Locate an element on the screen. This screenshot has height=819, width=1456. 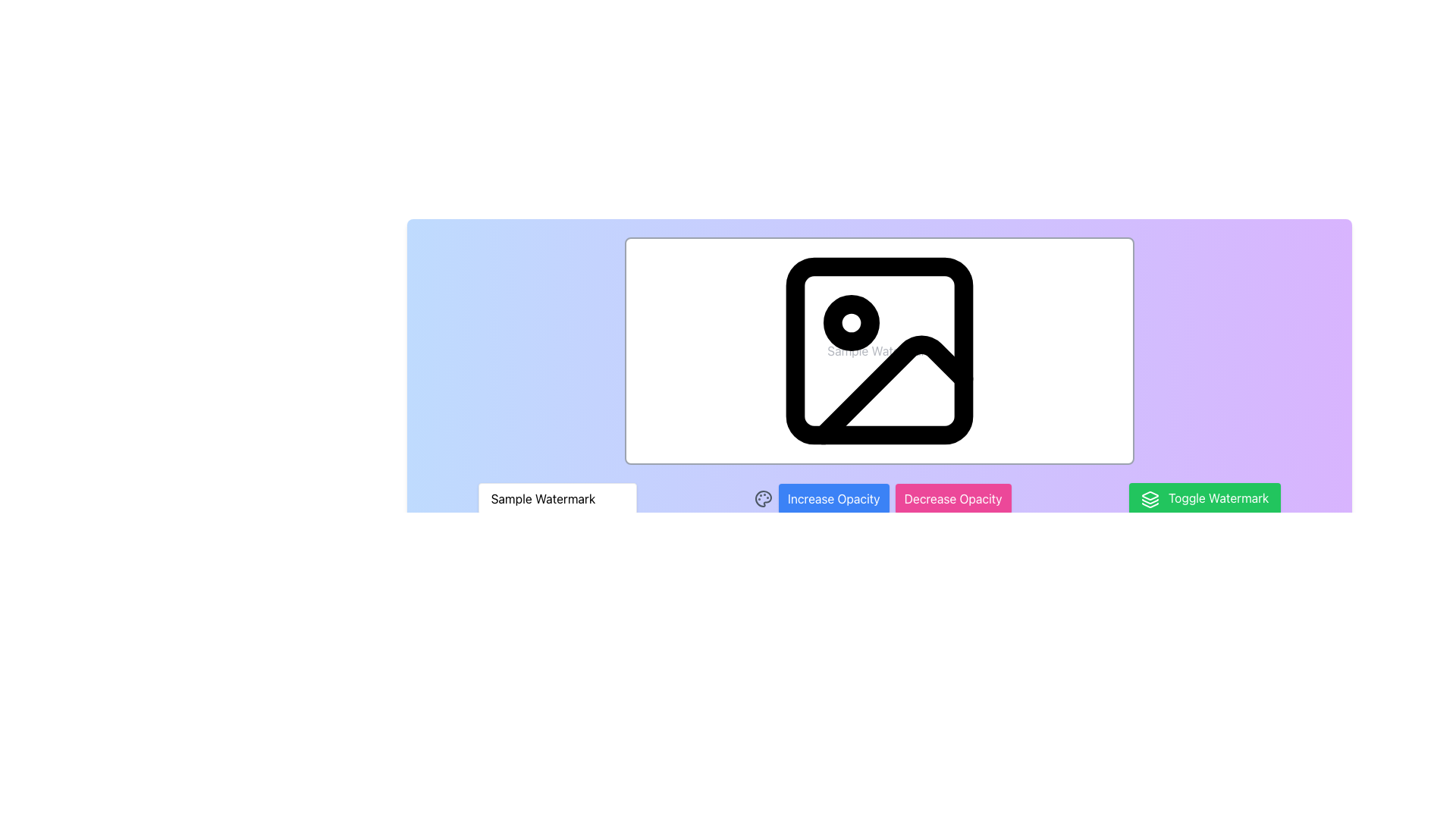
the painter's palette icon located to the left of the 'Increase Opacity' button, which features a gray outline and colorful paint dabs is located at coordinates (763, 499).